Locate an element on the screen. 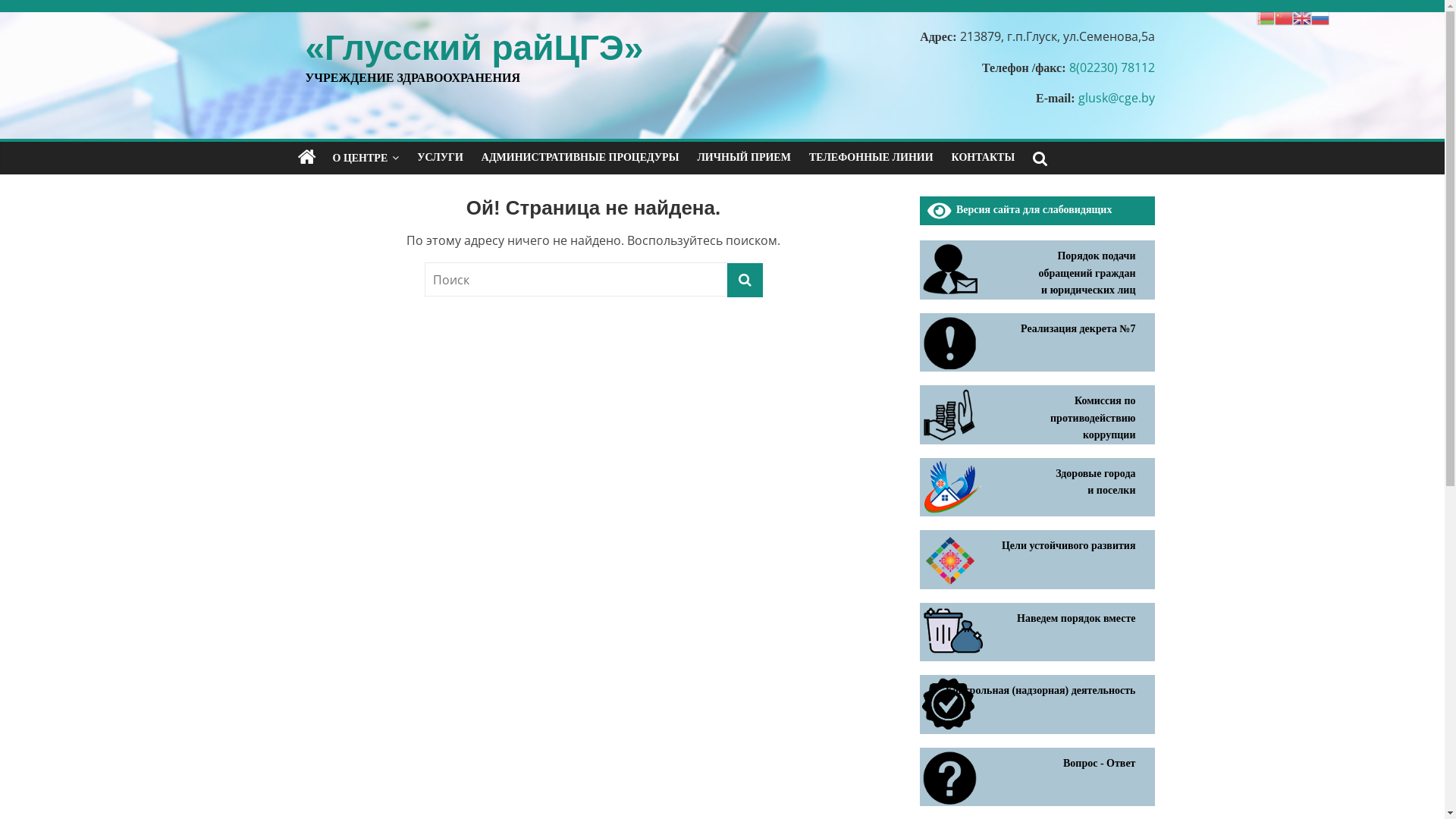 This screenshot has width=1456, height=819. '8(02230) 78112' is located at coordinates (1112, 66).